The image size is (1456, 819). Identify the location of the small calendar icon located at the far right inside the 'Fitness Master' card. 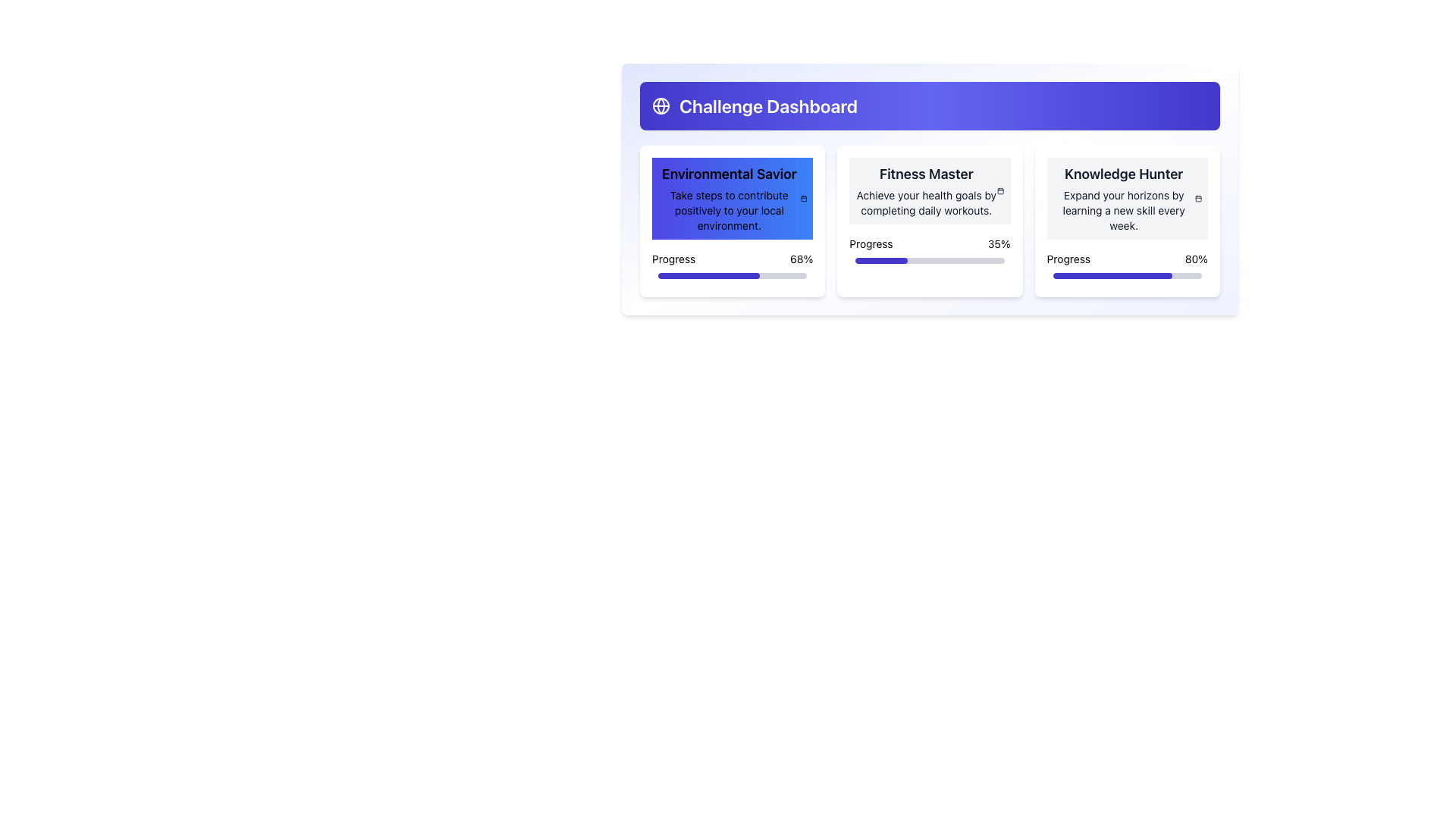
(1000, 190).